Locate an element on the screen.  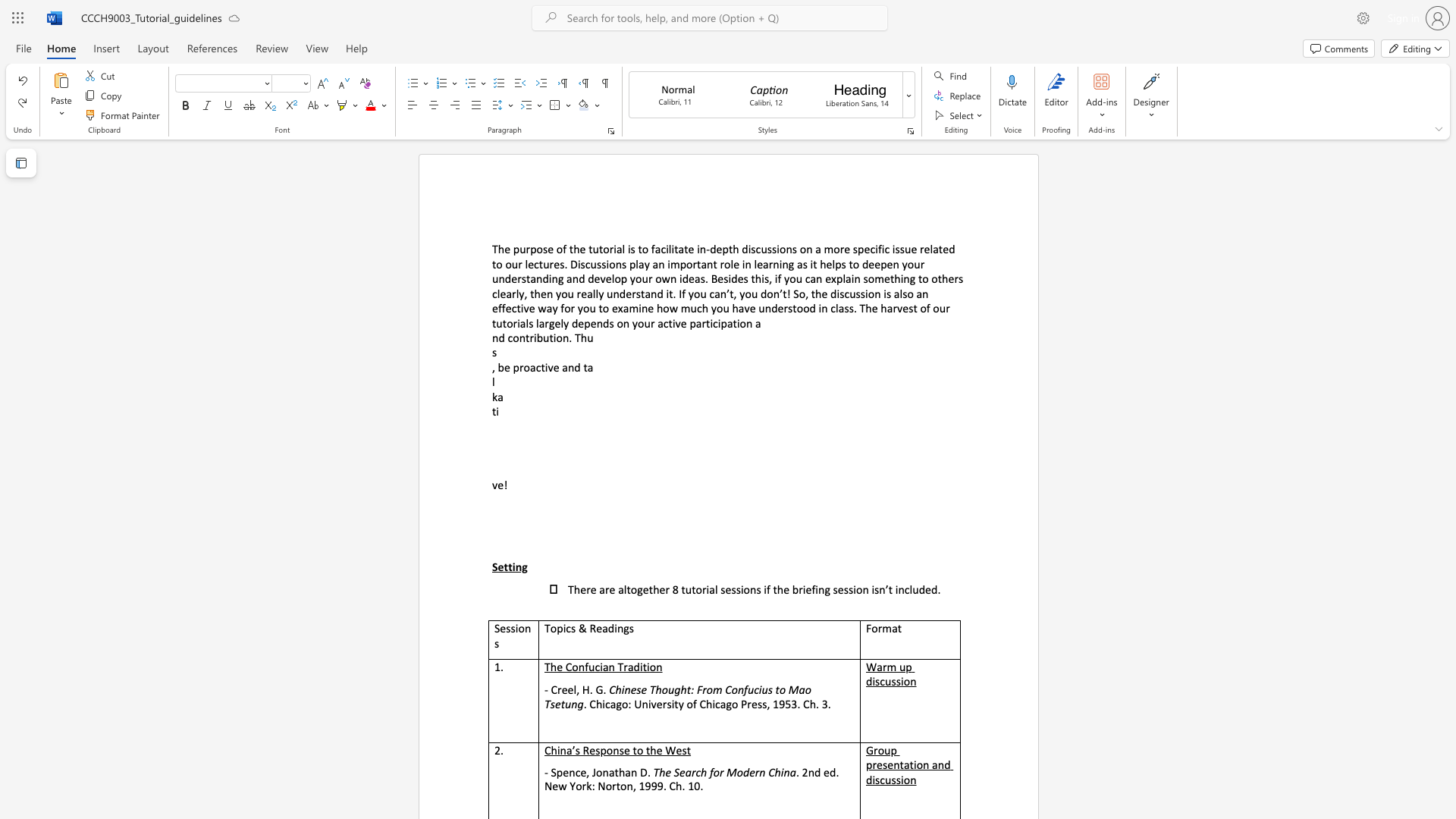
the subset text "D." within the text "- Spence, Jonathan D." is located at coordinates (640, 772).